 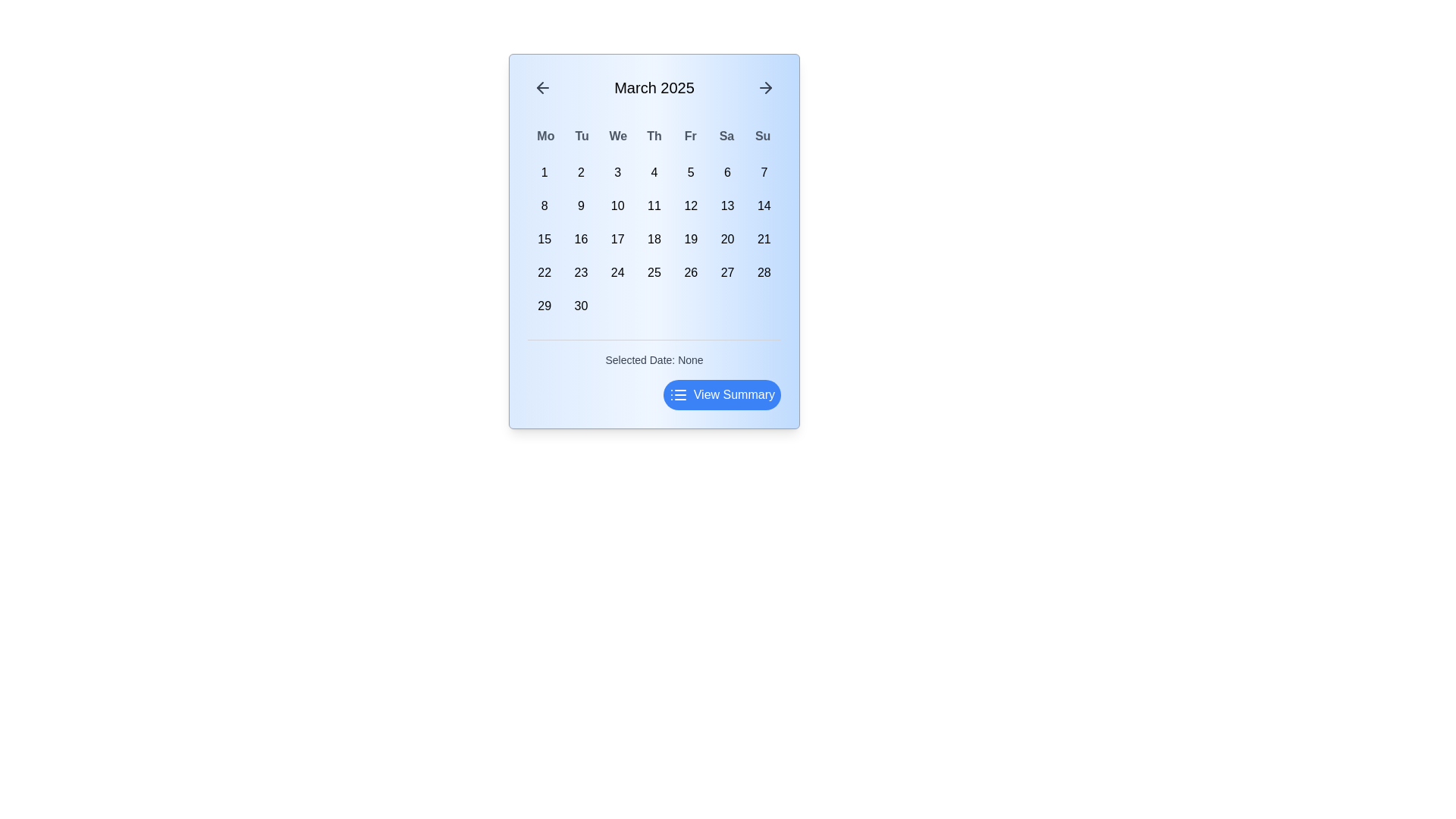 What do you see at coordinates (654, 240) in the screenshot?
I see `a day within the Calendar component displaying 'March 2025'` at bounding box center [654, 240].